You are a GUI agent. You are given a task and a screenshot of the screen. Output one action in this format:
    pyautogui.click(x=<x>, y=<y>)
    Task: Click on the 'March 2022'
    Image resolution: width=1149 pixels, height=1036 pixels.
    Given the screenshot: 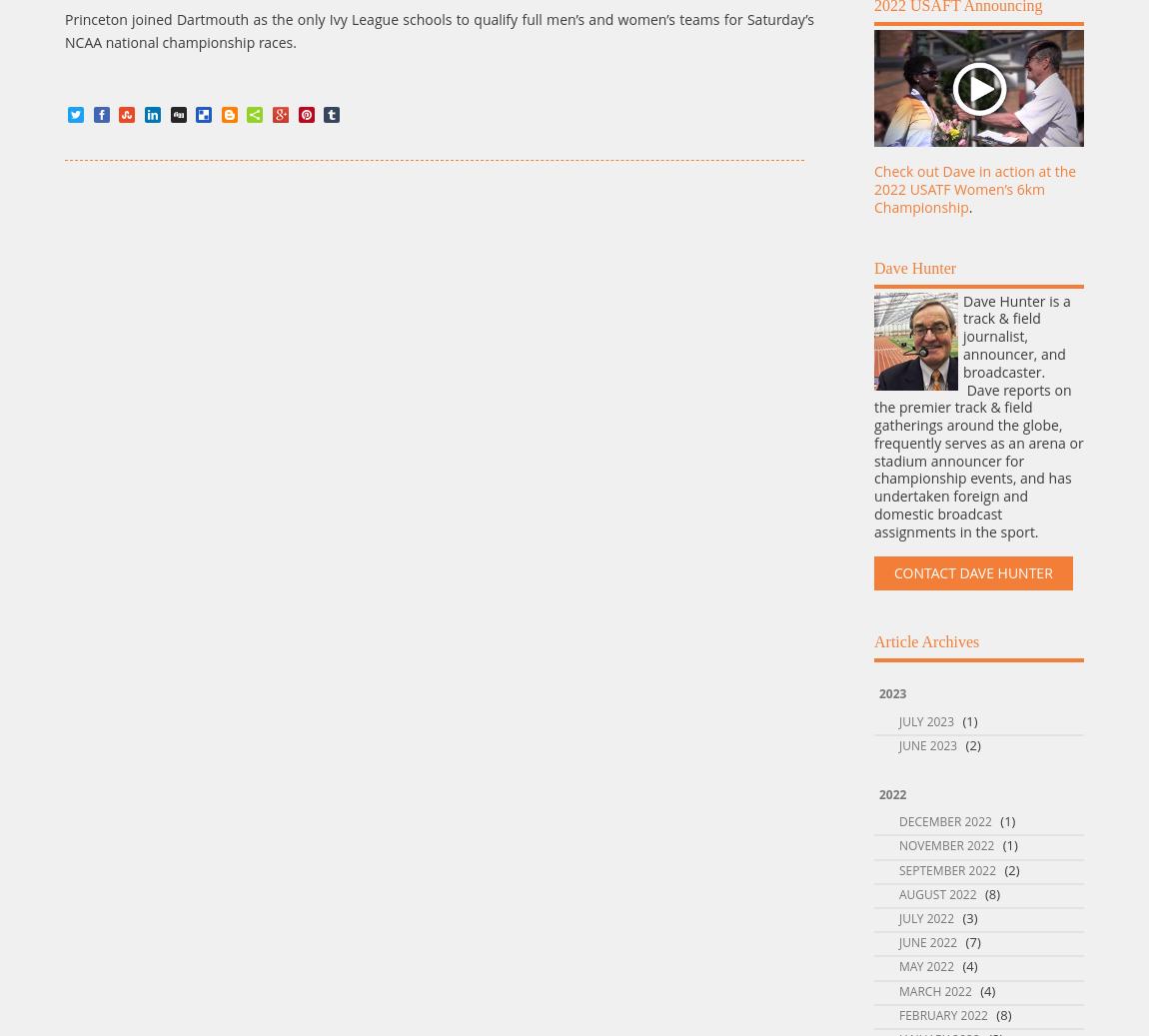 What is the action you would take?
    pyautogui.click(x=934, y=990)
    